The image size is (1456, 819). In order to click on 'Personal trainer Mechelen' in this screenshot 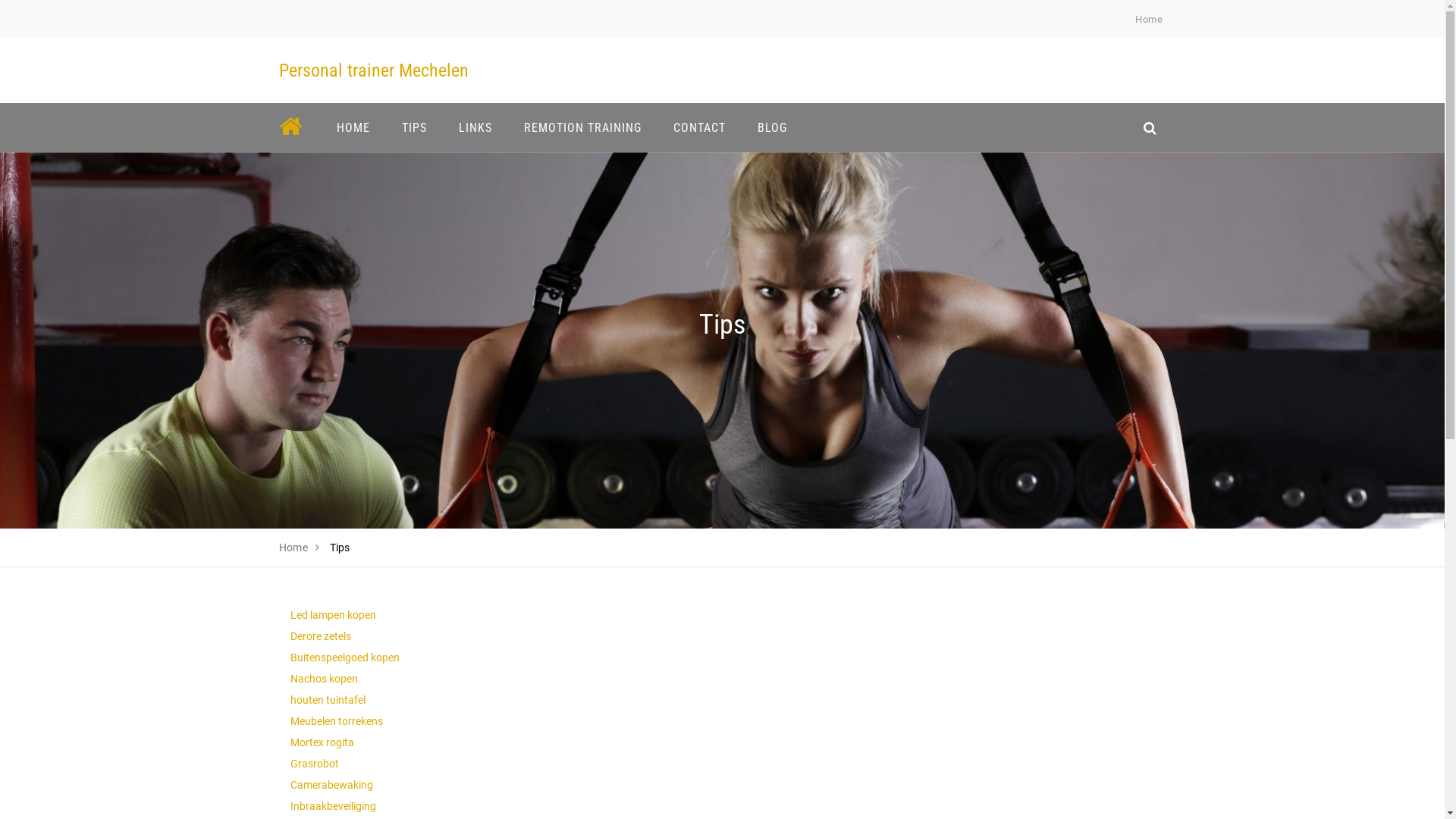, I will do `click(279, 70)`.